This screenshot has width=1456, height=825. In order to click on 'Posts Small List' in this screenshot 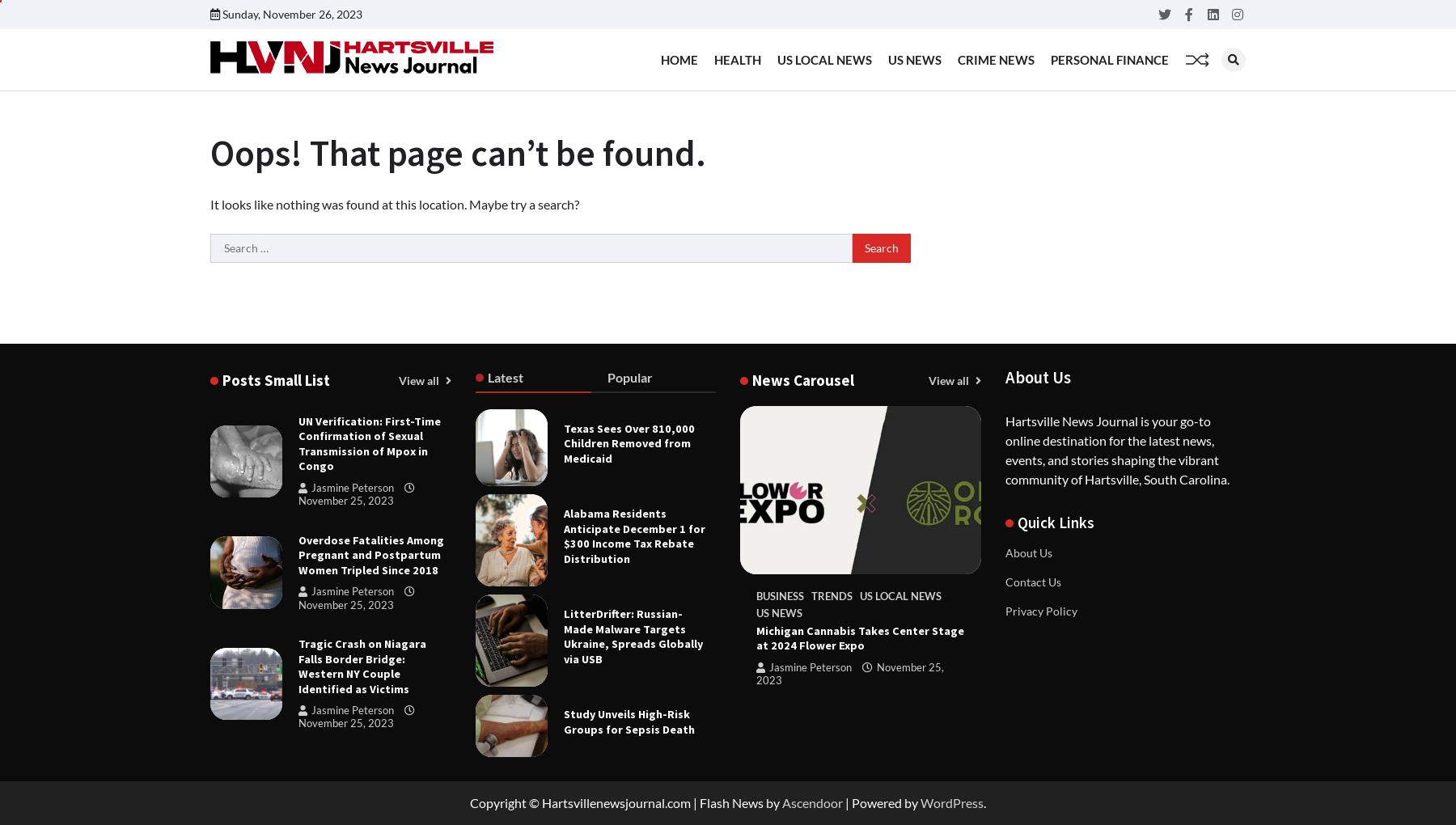, I will do `click(276, 380)`.